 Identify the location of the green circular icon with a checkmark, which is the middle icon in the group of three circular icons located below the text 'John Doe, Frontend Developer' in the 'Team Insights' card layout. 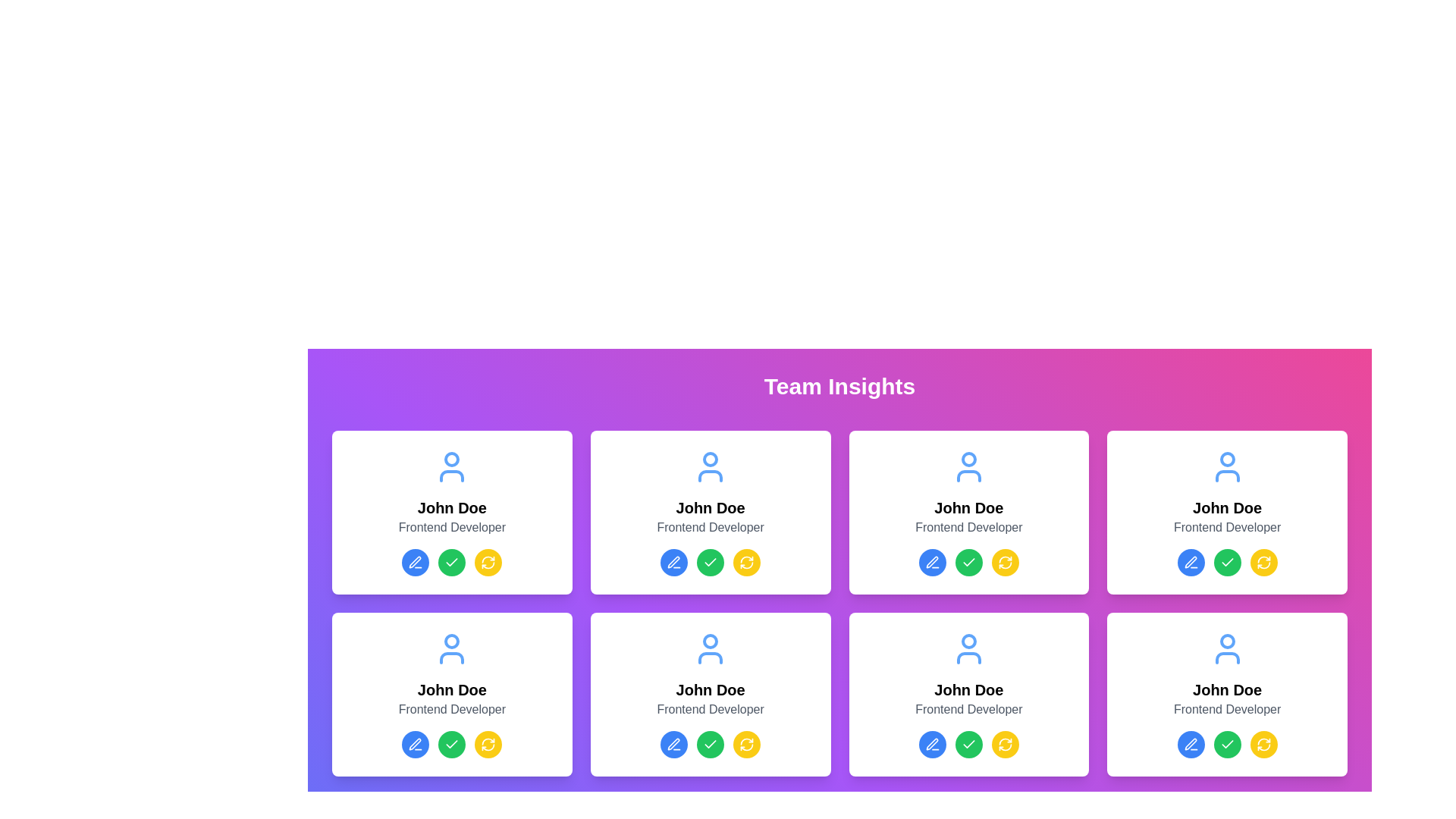
(968, 562).